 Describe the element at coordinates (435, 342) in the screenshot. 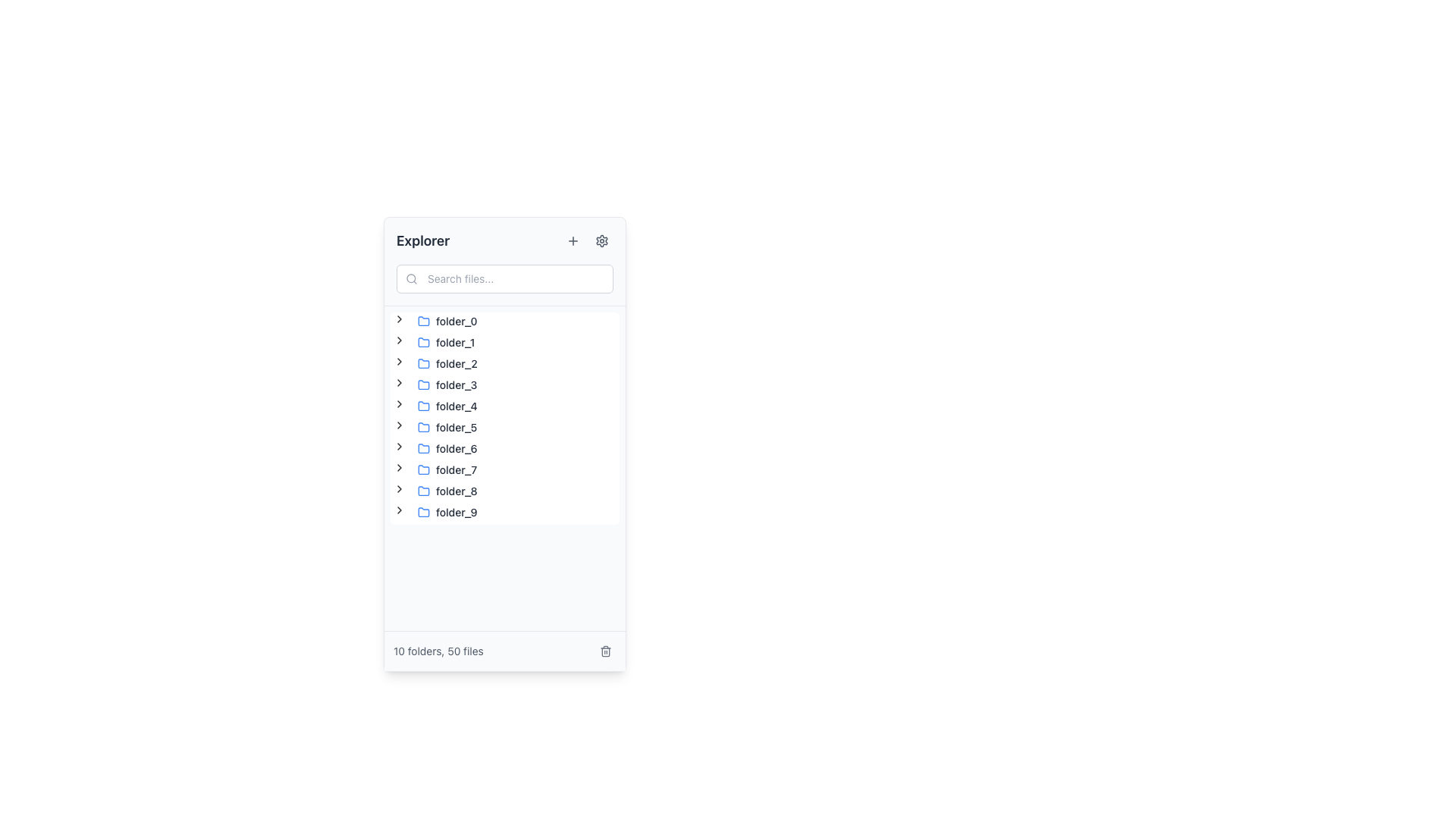

I see `the tree node labeled 'folder_1', which is the second entry` at that location.